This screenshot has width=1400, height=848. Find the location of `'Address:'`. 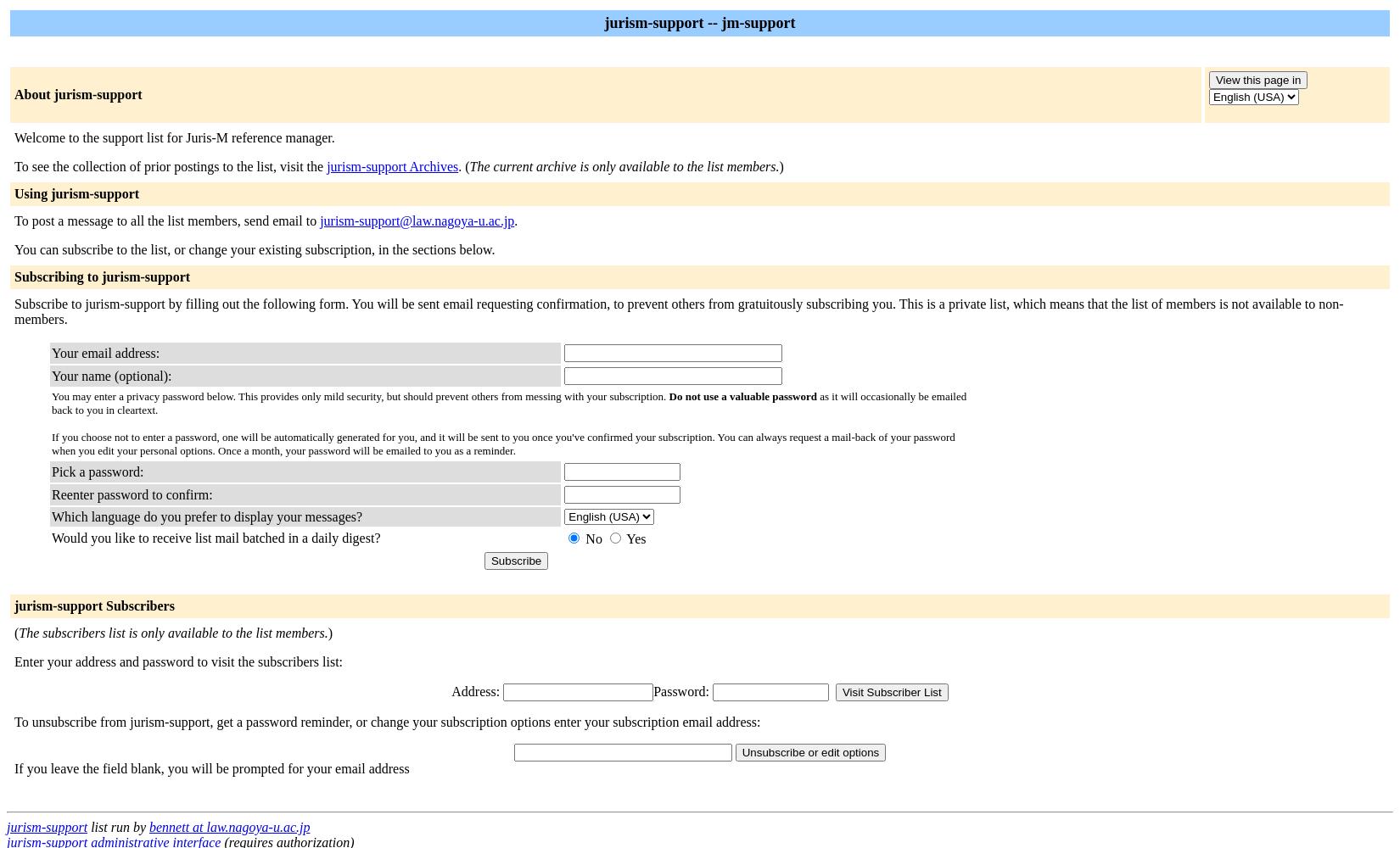

'Address:' is located at coordinates (476, 690).